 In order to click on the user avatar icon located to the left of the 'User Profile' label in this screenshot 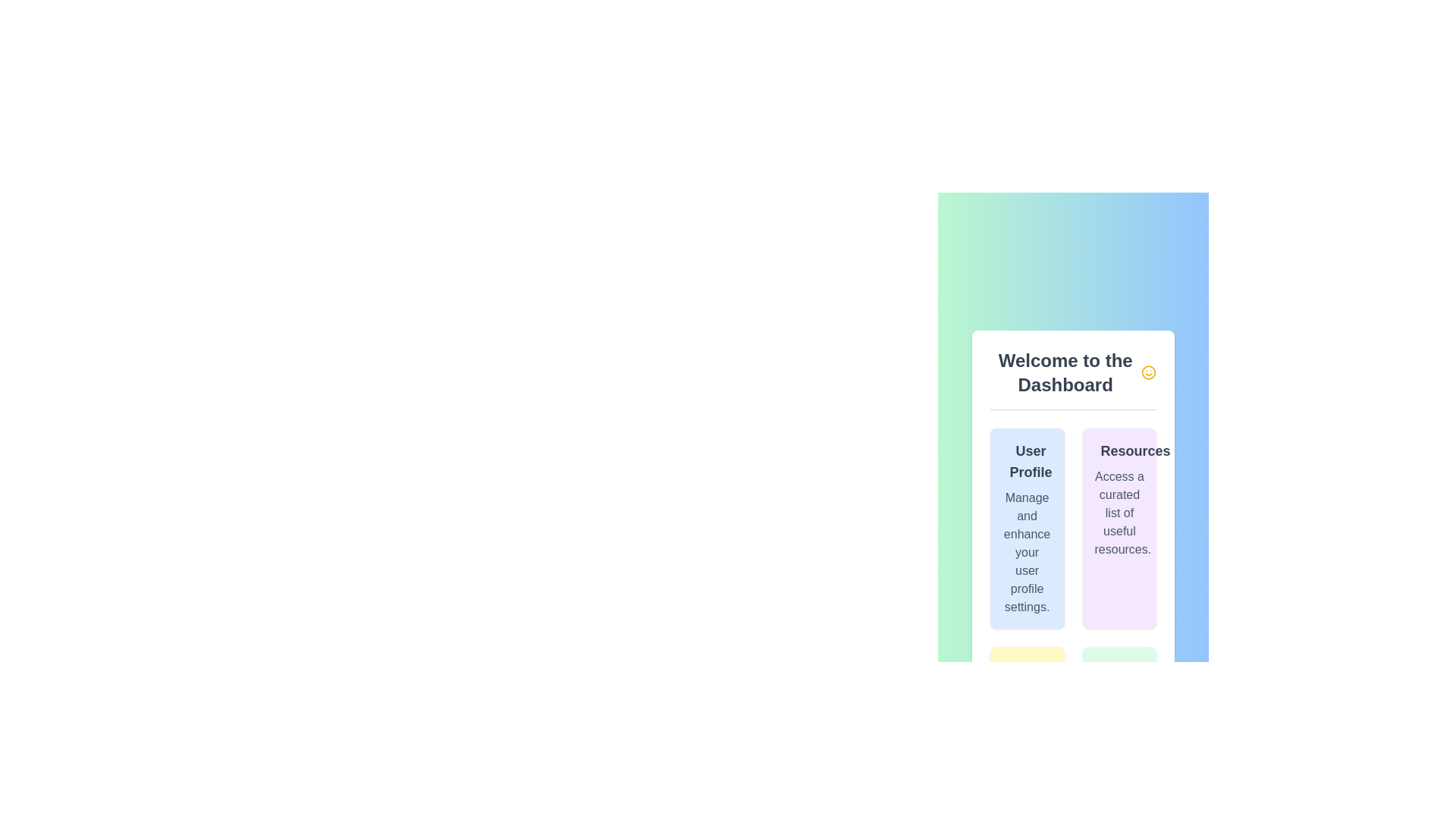, I will do `click(1003, 460)`.